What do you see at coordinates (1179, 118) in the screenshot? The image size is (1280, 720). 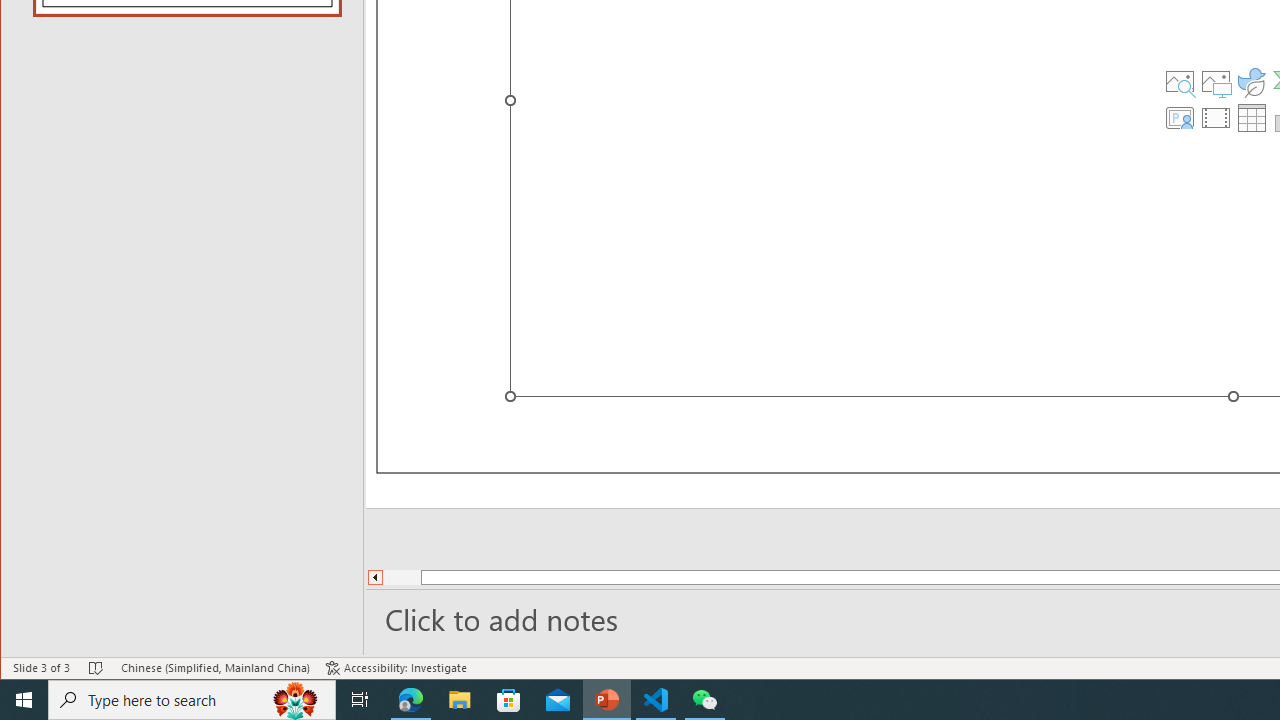 I see `'Insert Cameo'` at bounding box center [1179, 118].